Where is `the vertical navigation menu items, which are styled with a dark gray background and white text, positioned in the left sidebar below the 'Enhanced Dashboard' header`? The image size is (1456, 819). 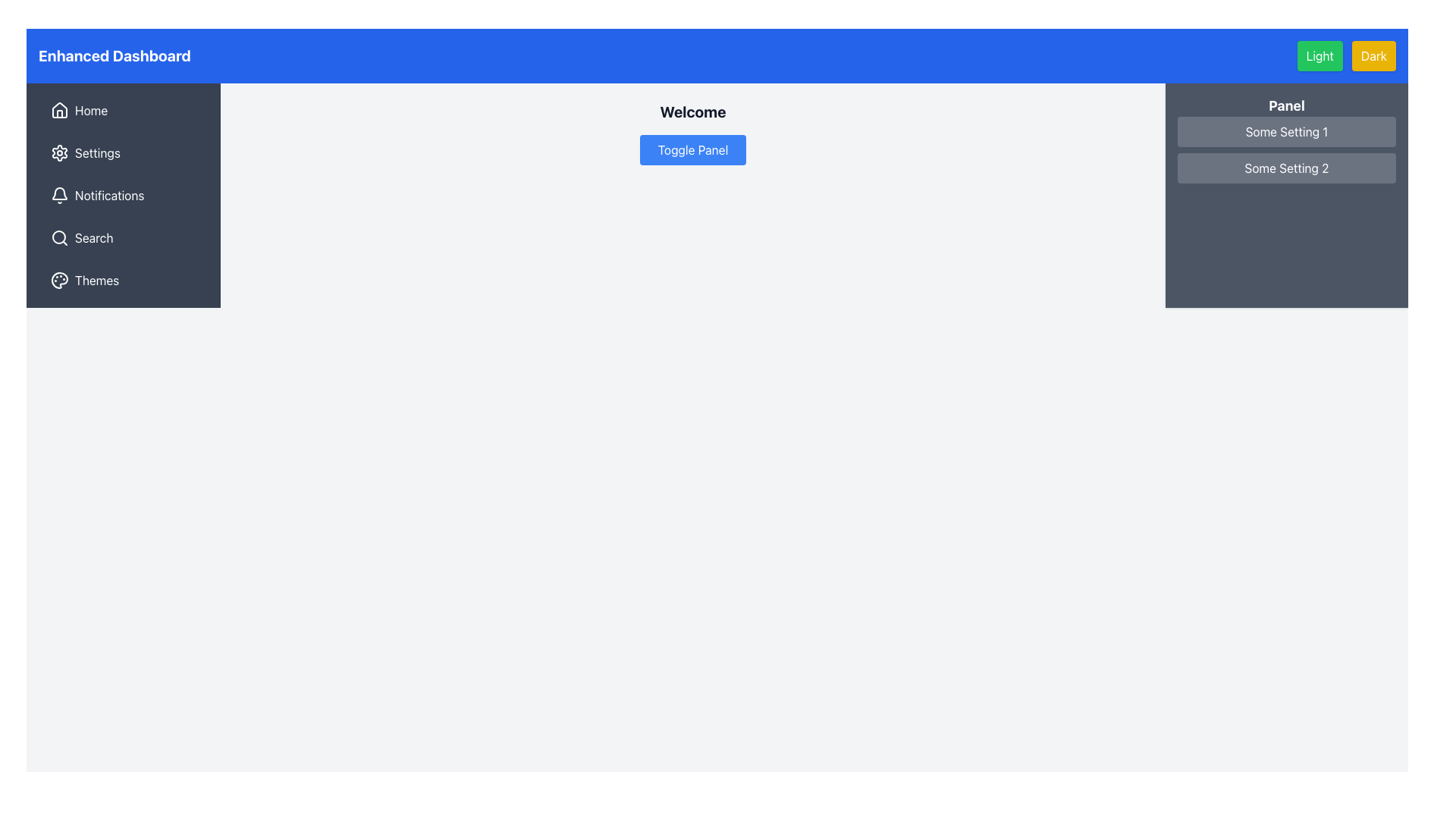 the vertical navigation menu items, which are styled with a dark gray background and white text, positioned in the left sidebar below the 'Enhanced Dashboard' header is located at coordinates (124, 195).